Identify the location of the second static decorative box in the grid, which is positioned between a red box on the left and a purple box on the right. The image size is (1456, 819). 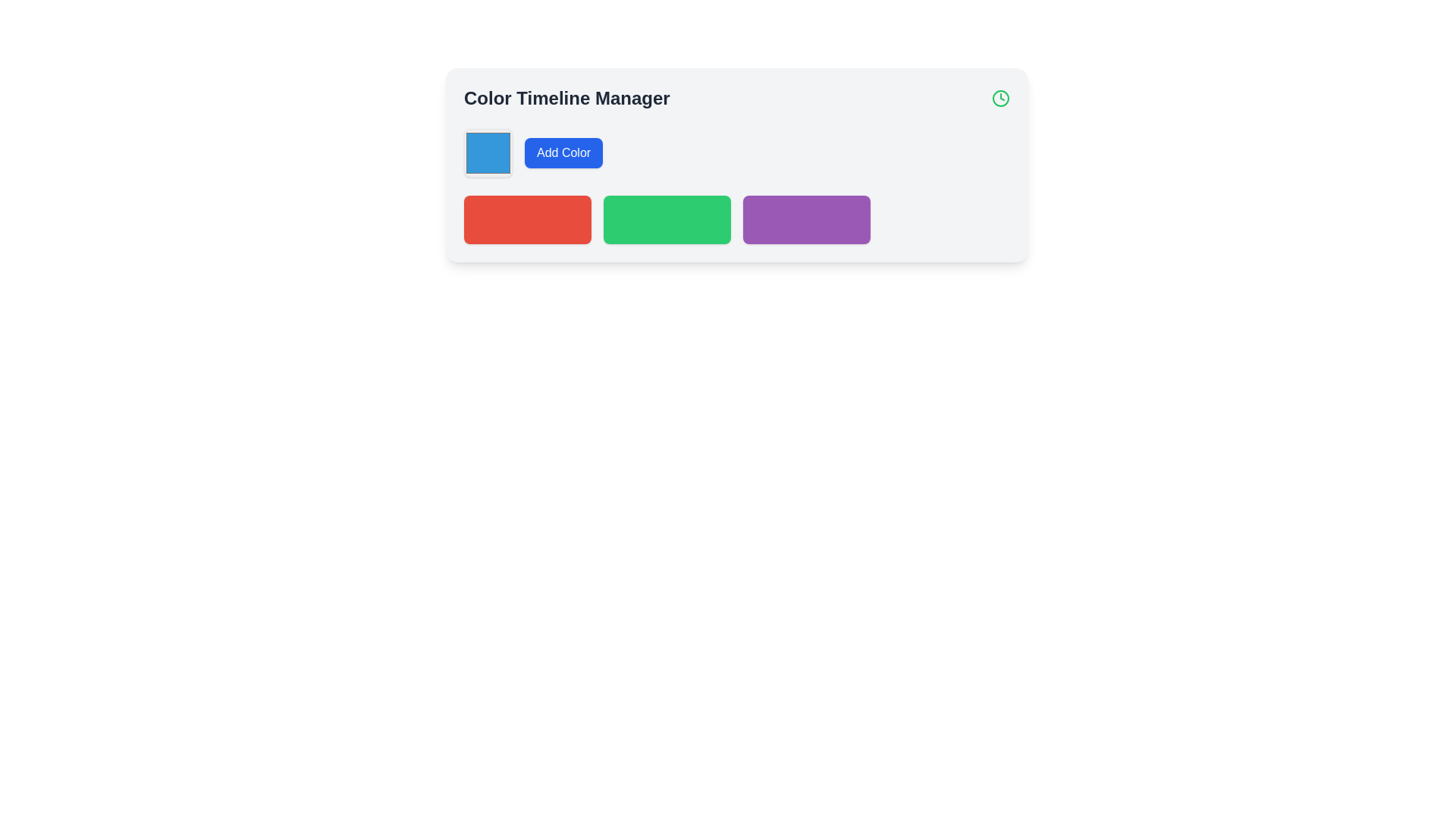
(667, 219).